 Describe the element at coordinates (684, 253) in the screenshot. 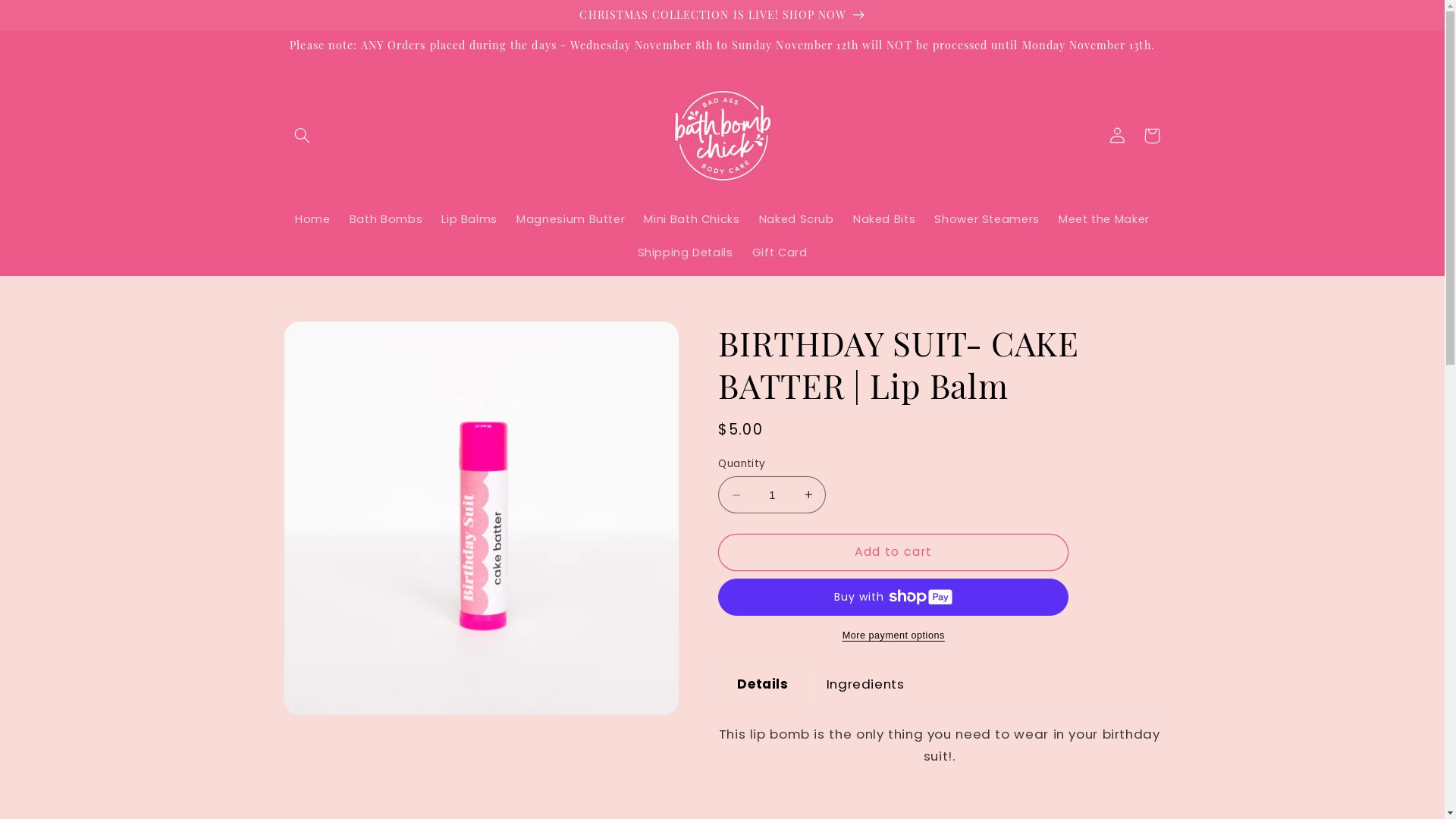

I see `'Shipping Details'` at that location.